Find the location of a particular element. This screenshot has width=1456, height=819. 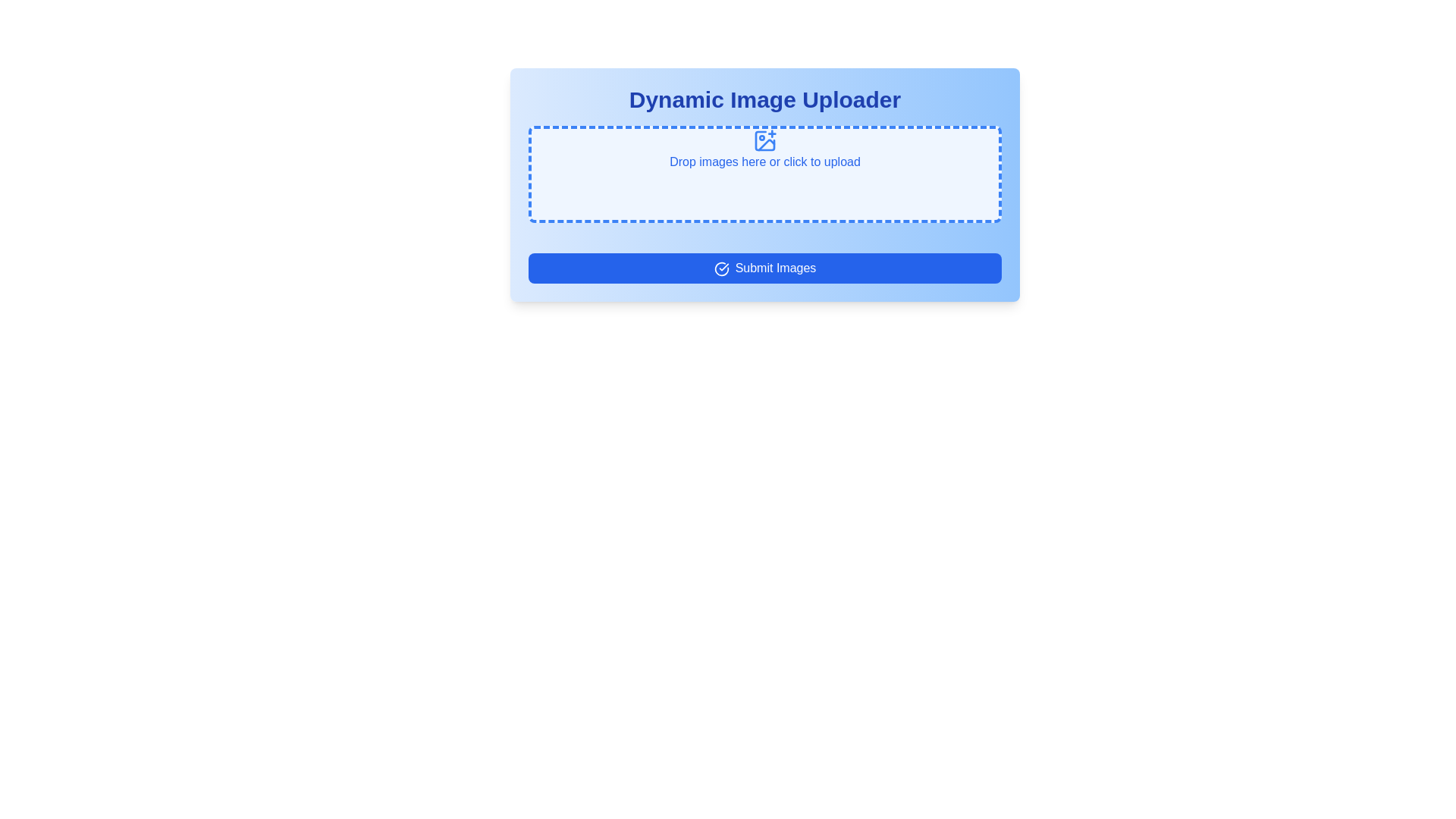

and drop images into the rectangular upload area with a dashed blue border and light blue background, which contains an image icon and the text 'Drop images here or click is located at coordinates (764, 174).